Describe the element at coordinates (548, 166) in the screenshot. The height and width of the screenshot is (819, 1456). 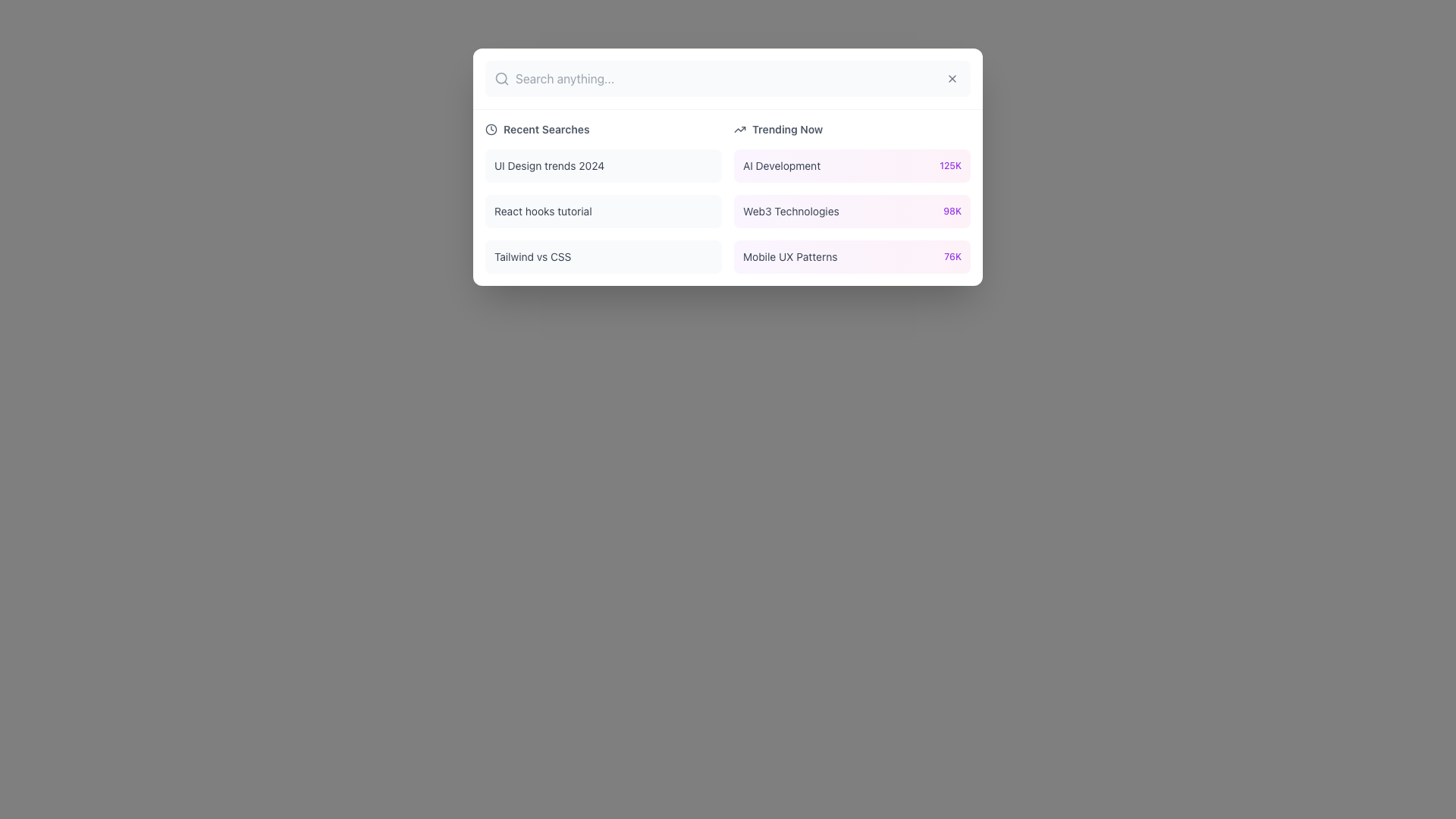
I see `the text label displaying 'UI Design trends 2024' located at the top of the 'Recent Searches' column` at that location.